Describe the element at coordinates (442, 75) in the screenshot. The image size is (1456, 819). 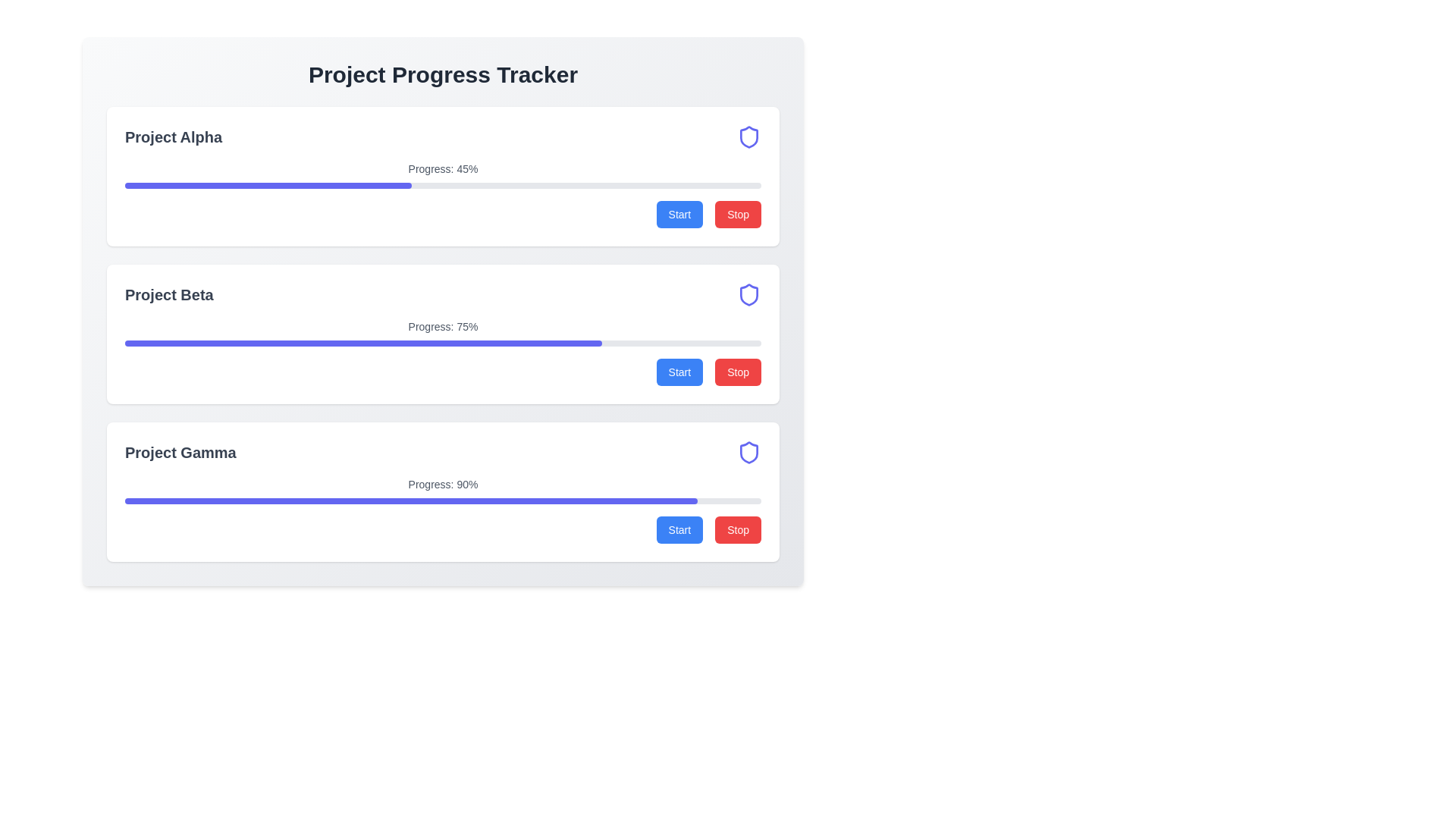
I see `the bold Static Text Header displaying 'Project Progress Tracker' located at the top-center of the interface` at that location.